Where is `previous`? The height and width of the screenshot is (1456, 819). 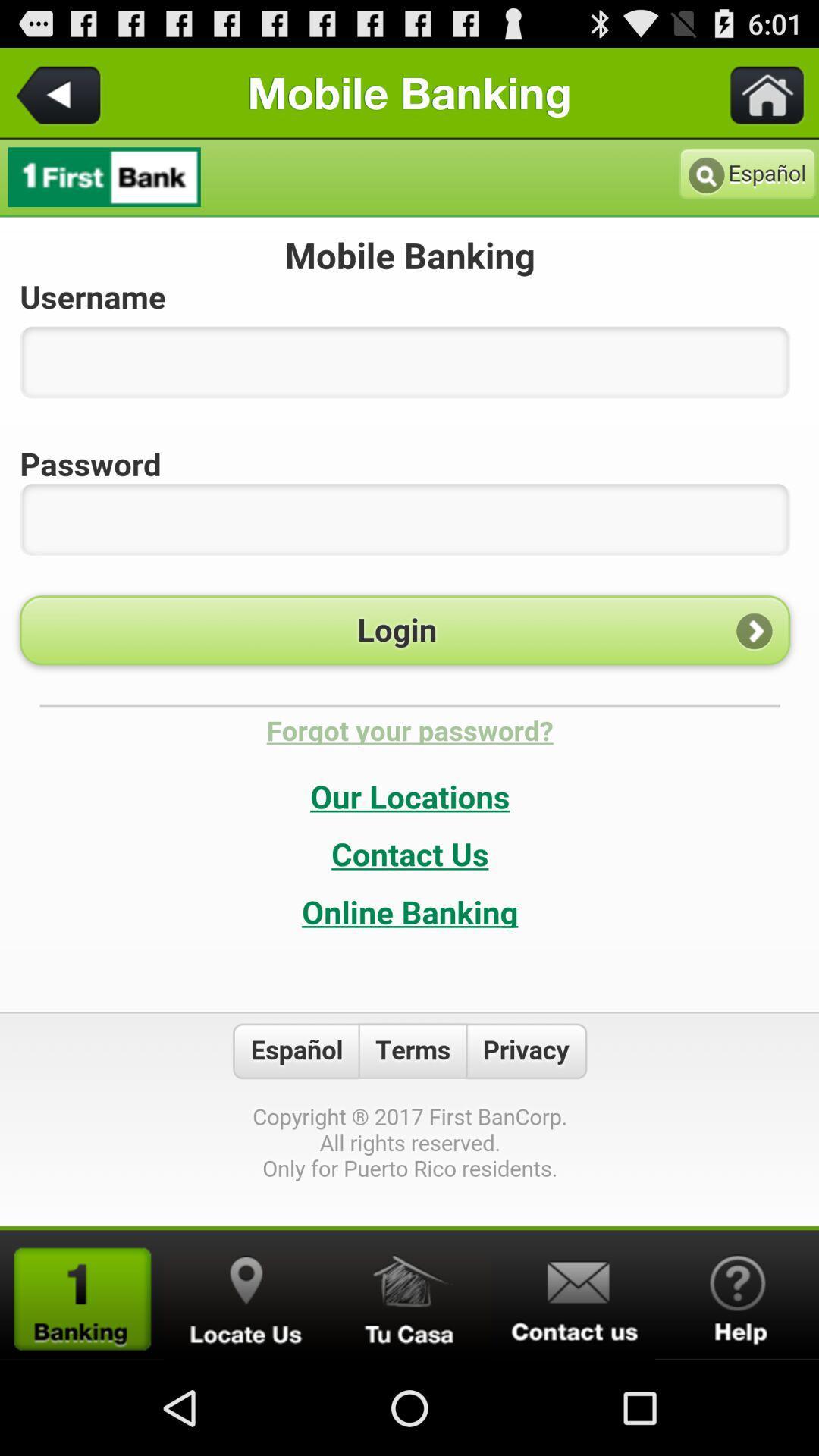
previous is located at coordinates (61, 92).